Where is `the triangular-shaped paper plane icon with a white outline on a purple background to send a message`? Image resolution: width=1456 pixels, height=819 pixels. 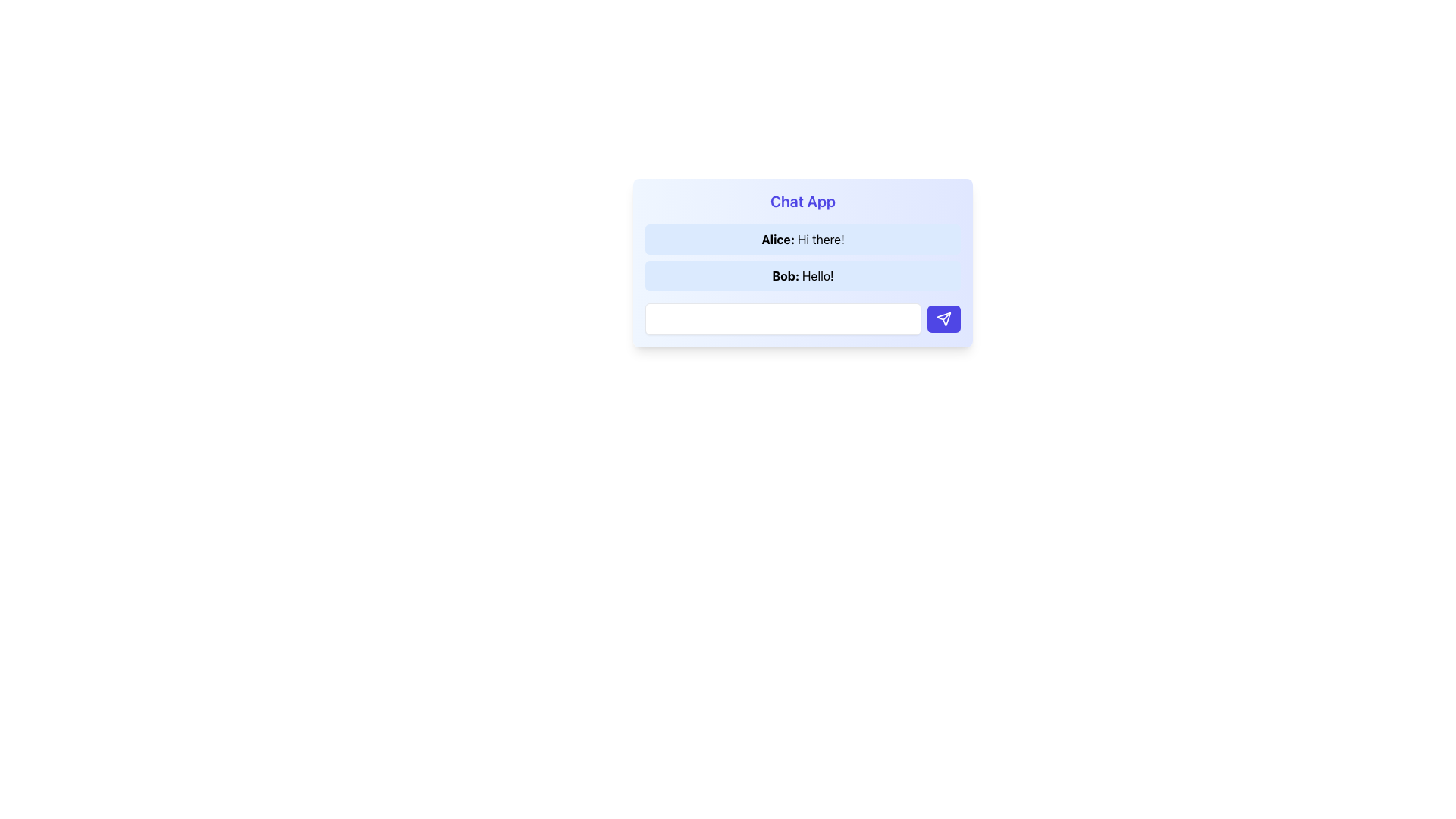
the triangular-shaped paper plane icon with a white outline on a purple background to send a message is located at coordinates (943, 318).